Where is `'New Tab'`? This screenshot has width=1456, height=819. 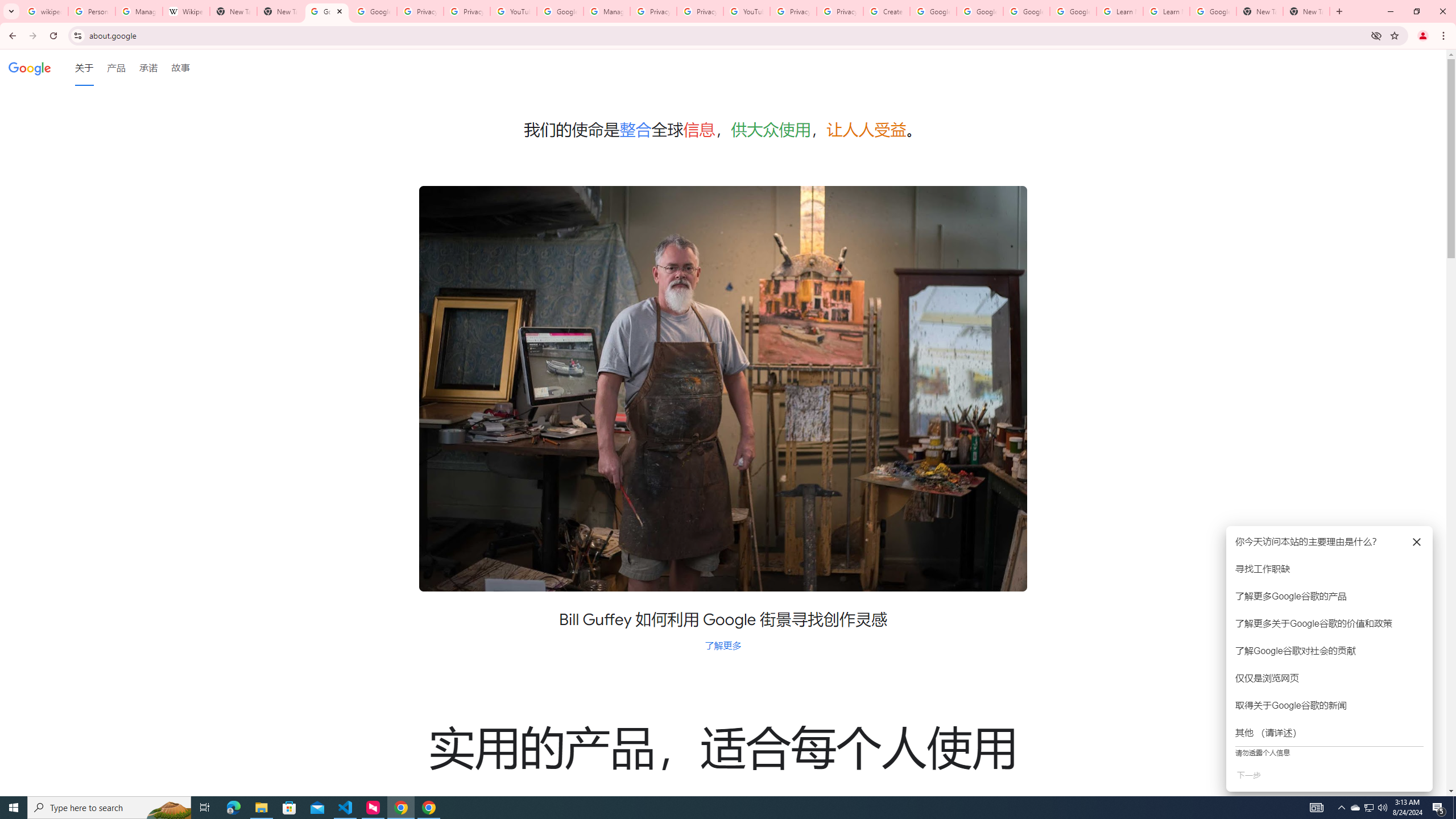
'New Tab' is located at coordinates (1306, 11).